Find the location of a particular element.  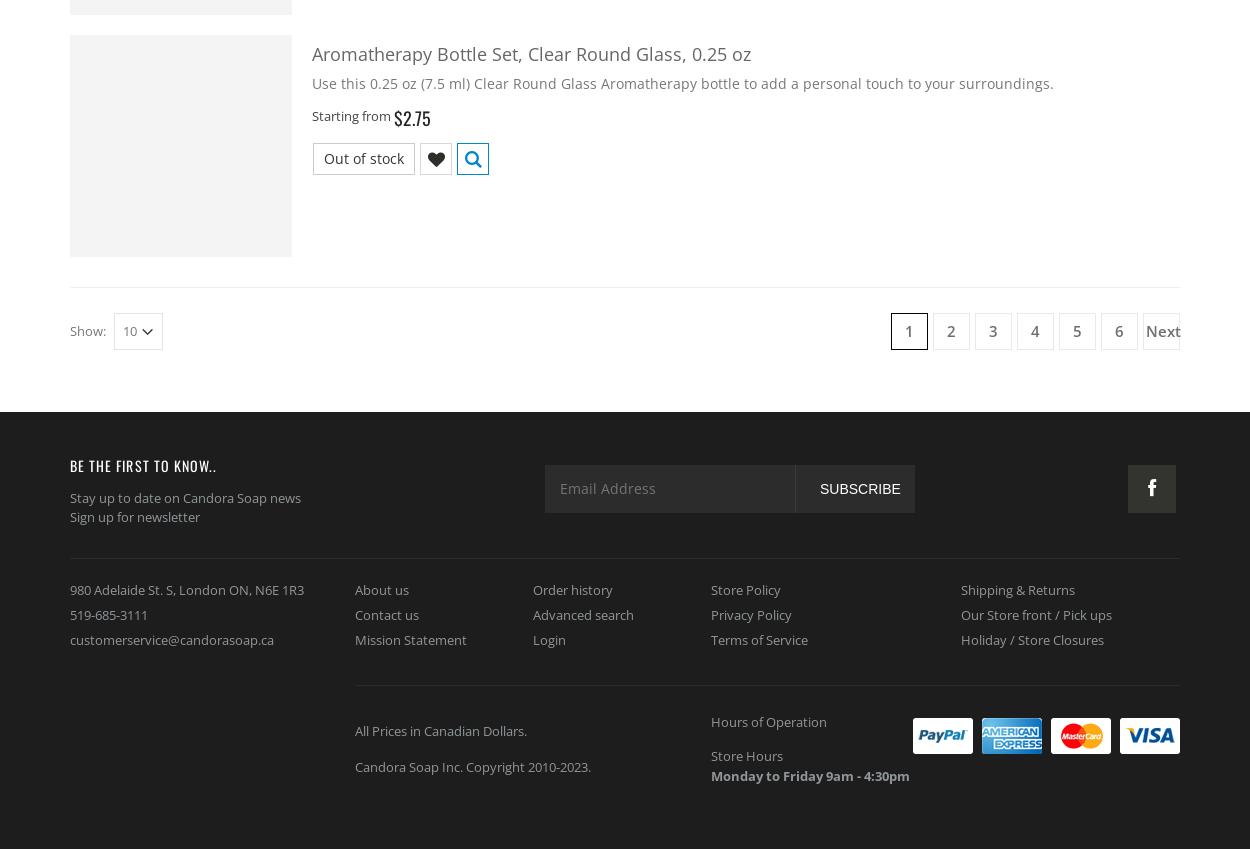

'Sign up for newsletter' is located at coordinates (69, 516).